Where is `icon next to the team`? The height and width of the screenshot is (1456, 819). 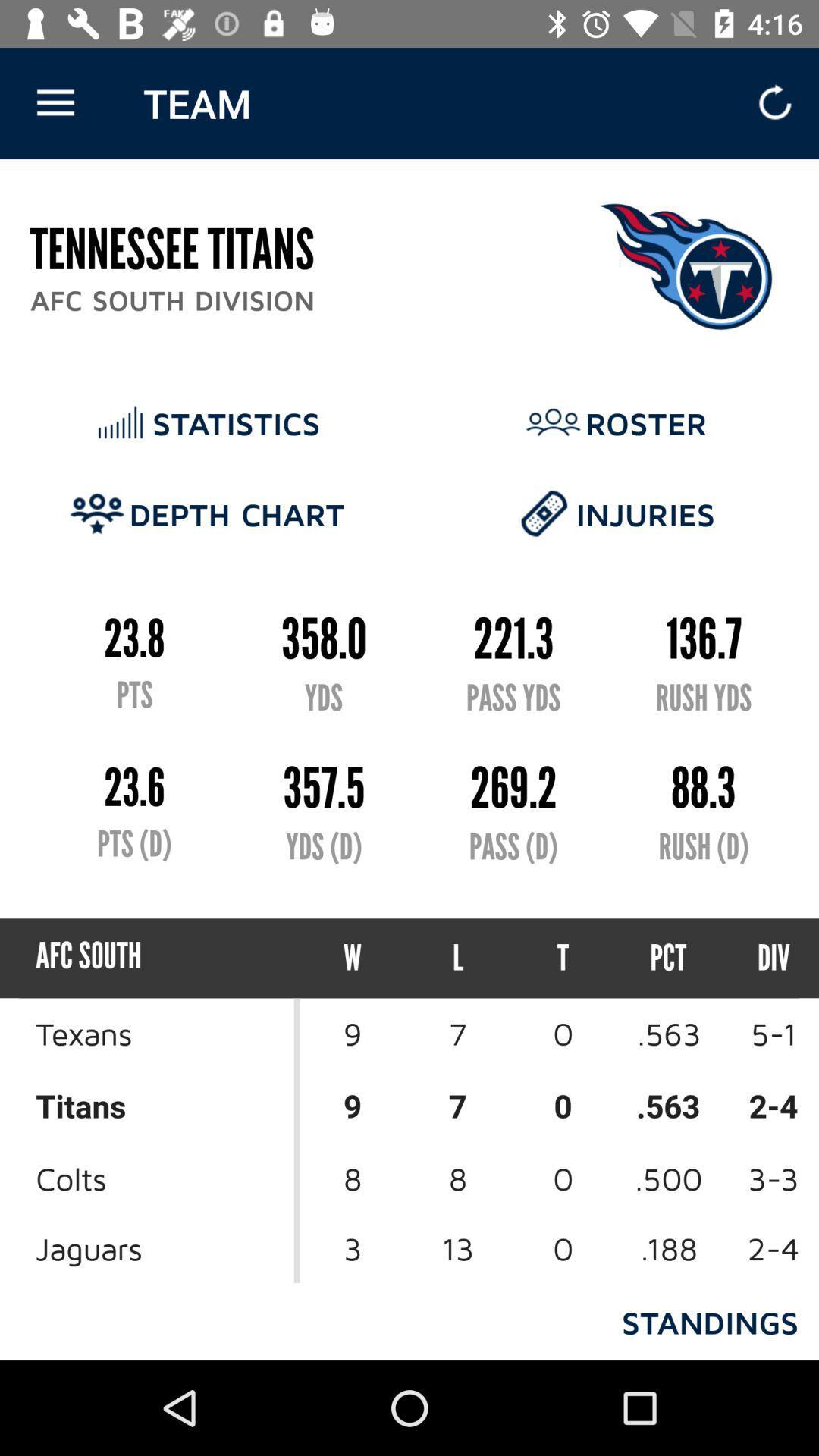 icon next to the team is located at coordinates (55, 102).